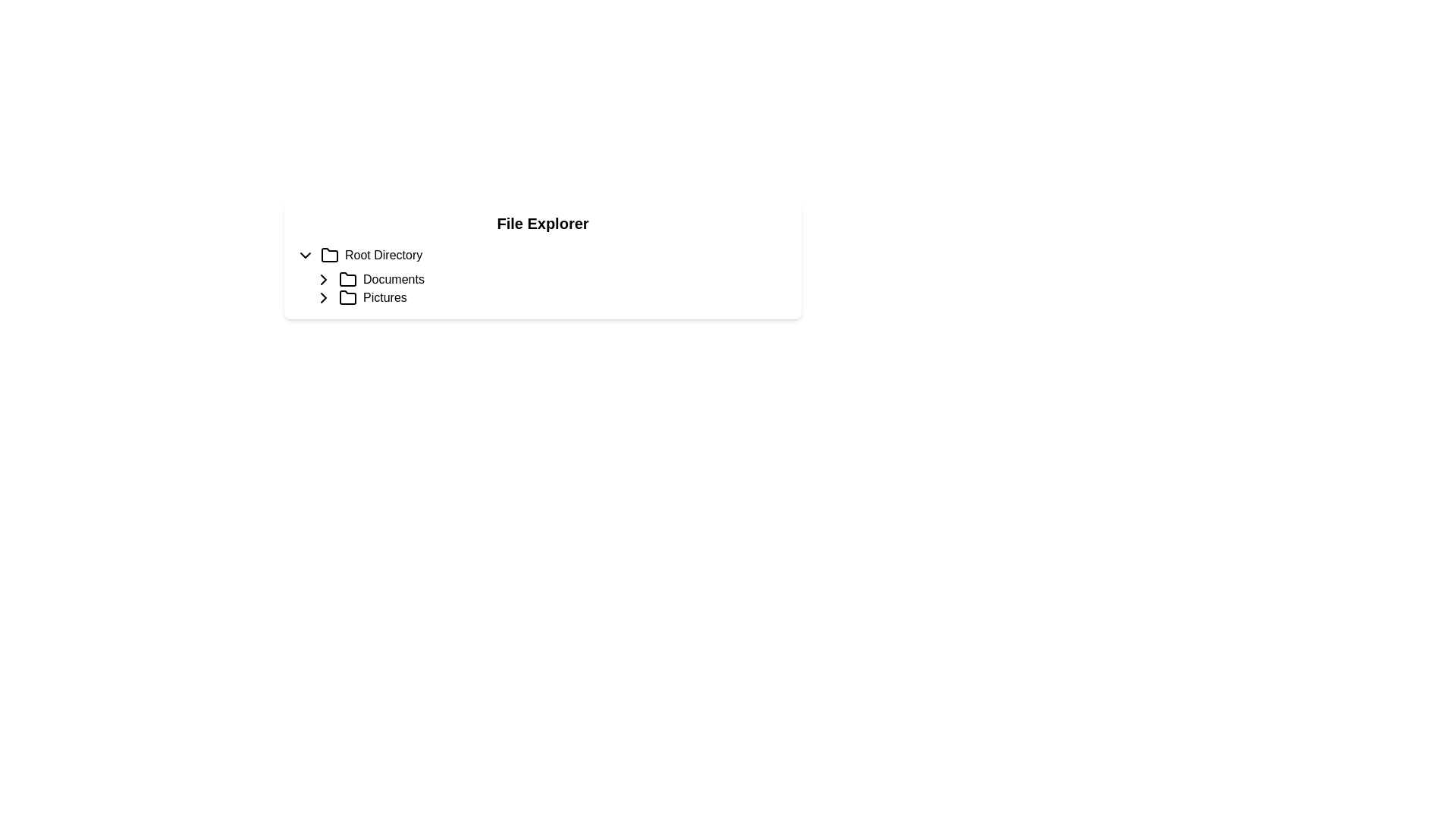  I want to click on the back section of the folder icon located next to the 'Root Directory' label, so click(329, 254).